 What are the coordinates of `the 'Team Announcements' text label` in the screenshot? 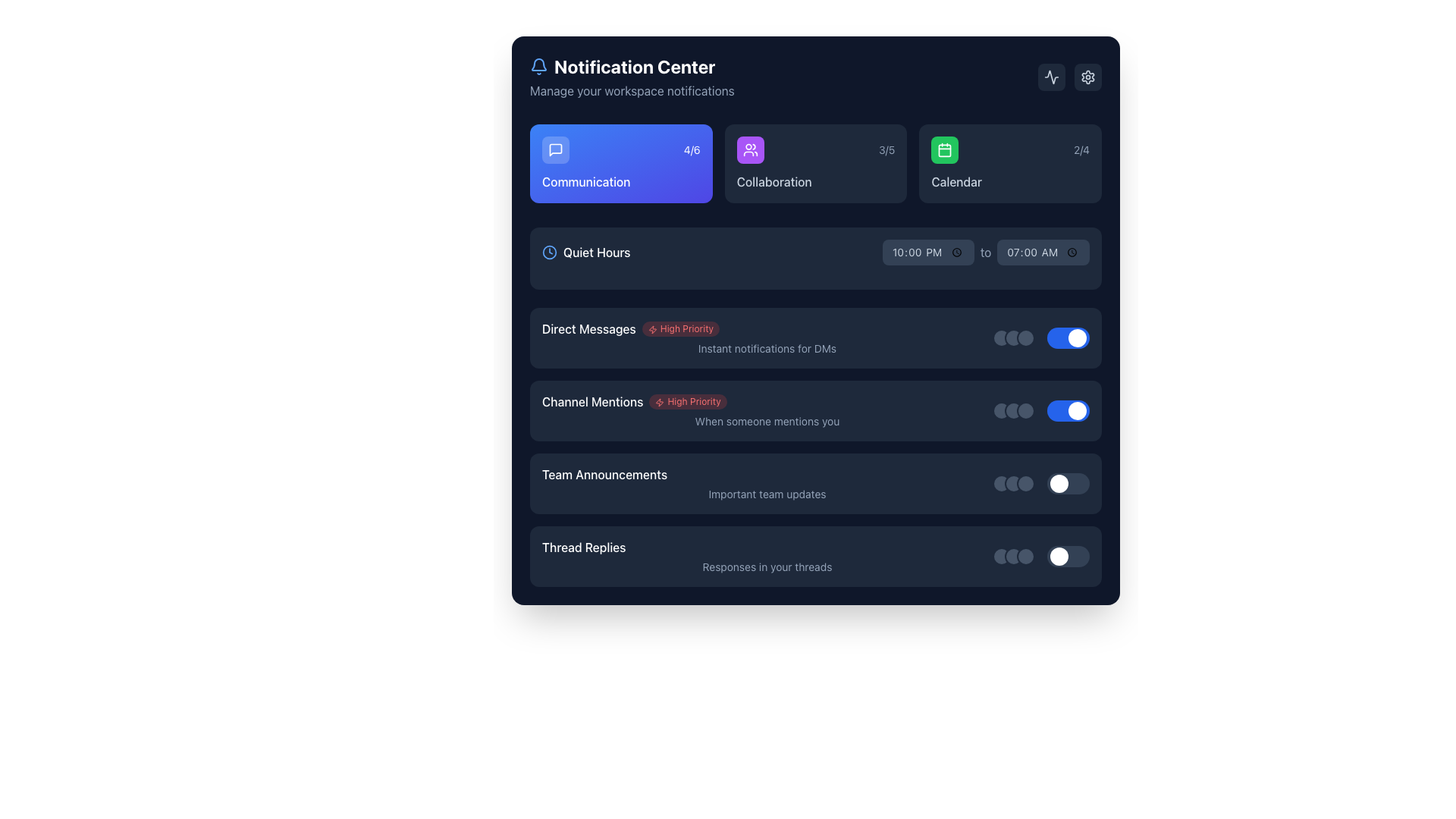 It's located at (604, 473).